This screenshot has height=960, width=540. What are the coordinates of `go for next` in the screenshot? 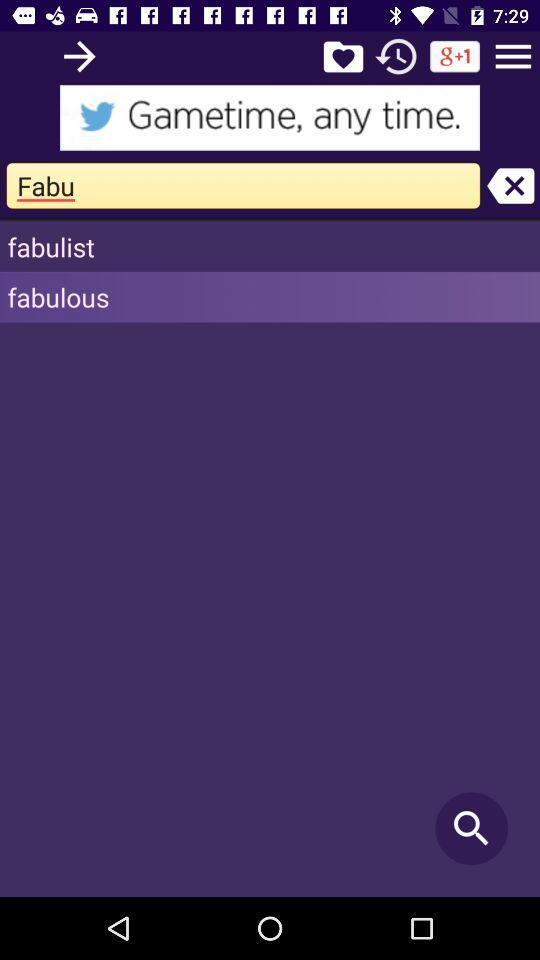 It's located at (78, 55).